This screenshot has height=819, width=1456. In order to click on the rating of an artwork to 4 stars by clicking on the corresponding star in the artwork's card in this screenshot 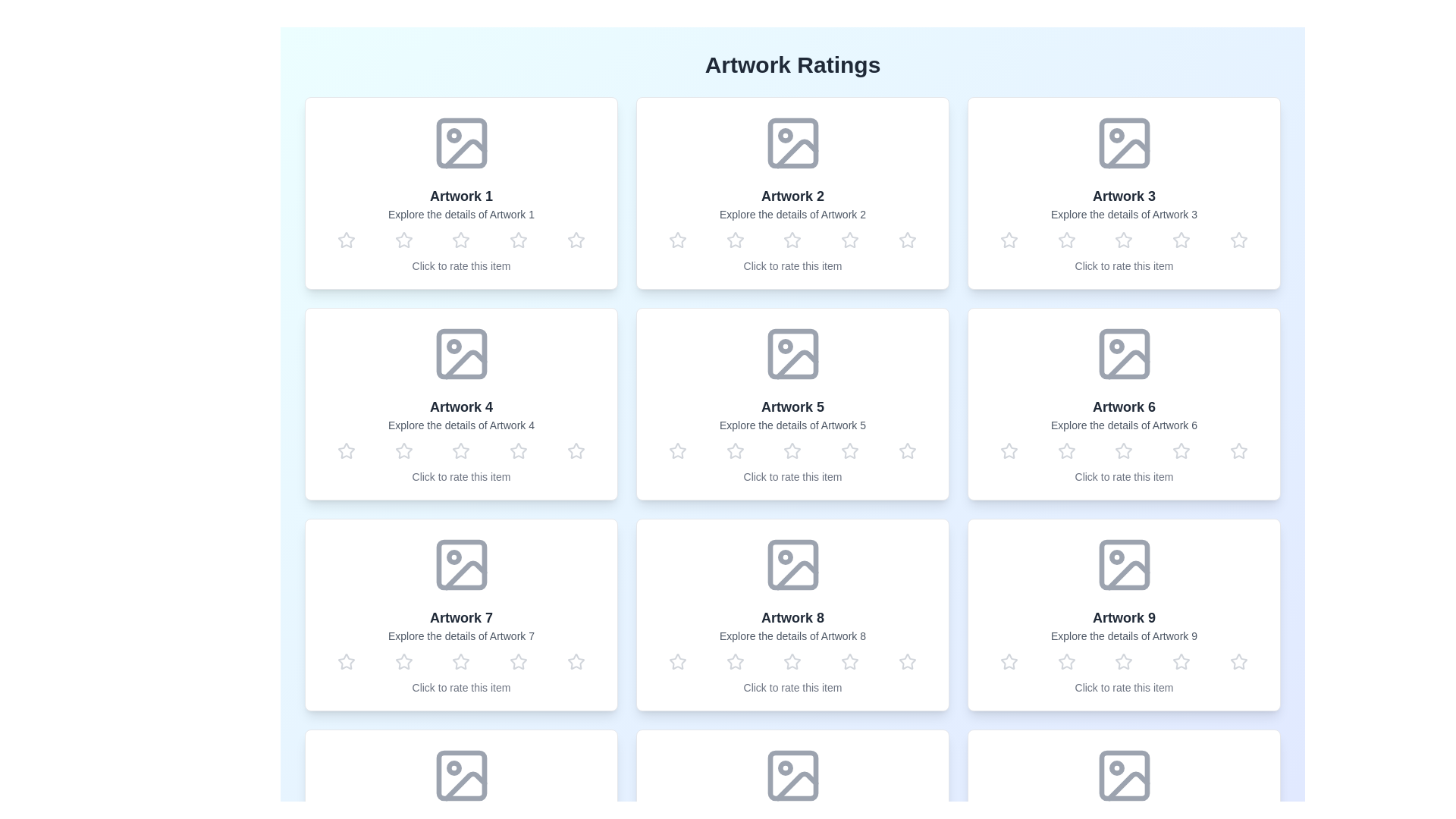, I will do `click(519, 239)`.